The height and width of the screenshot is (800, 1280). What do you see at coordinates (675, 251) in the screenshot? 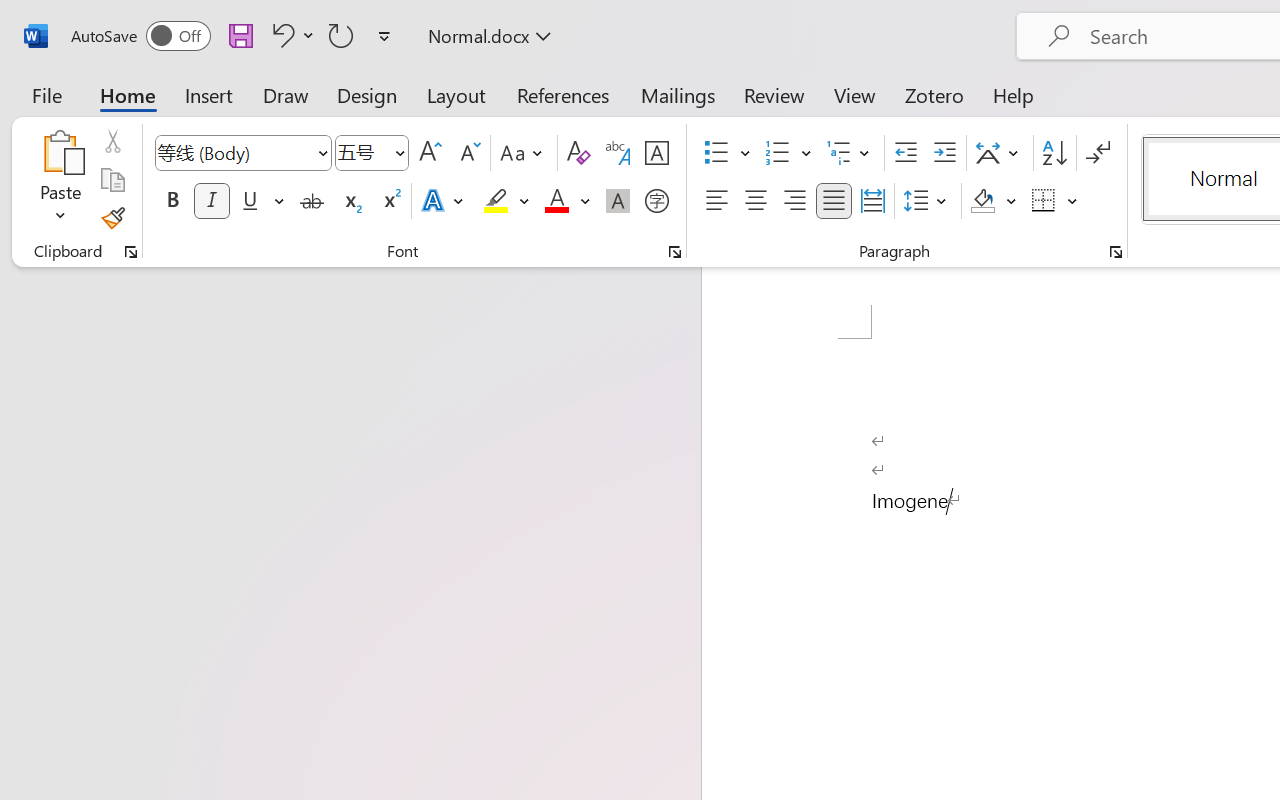
I see `'Font...'` at bounding box center [675, 251].